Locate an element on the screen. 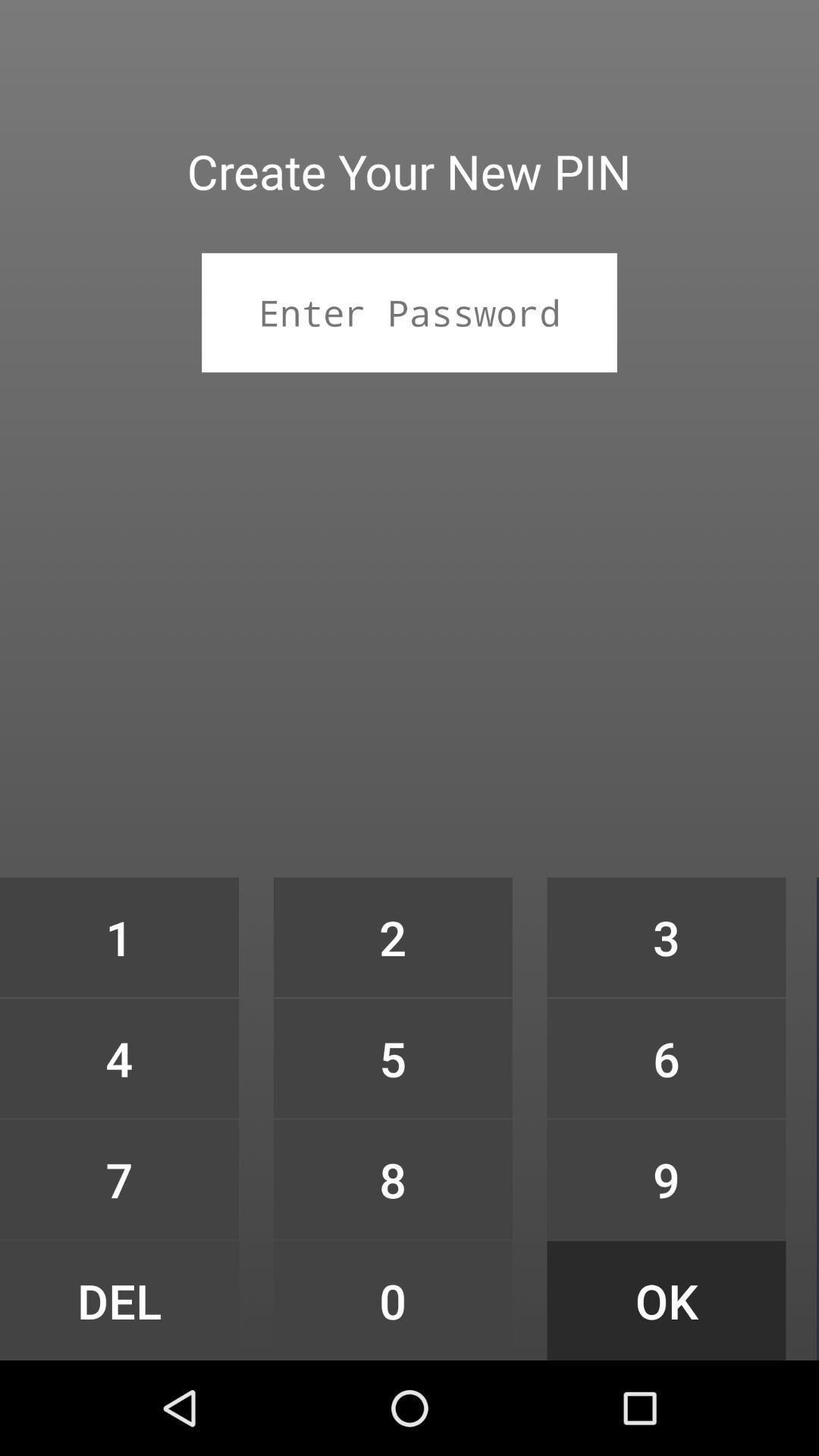 Image resolution: width=819 pixels, height=1456 pixels. icon next to 8 item is located at coordinates (118, 1300).